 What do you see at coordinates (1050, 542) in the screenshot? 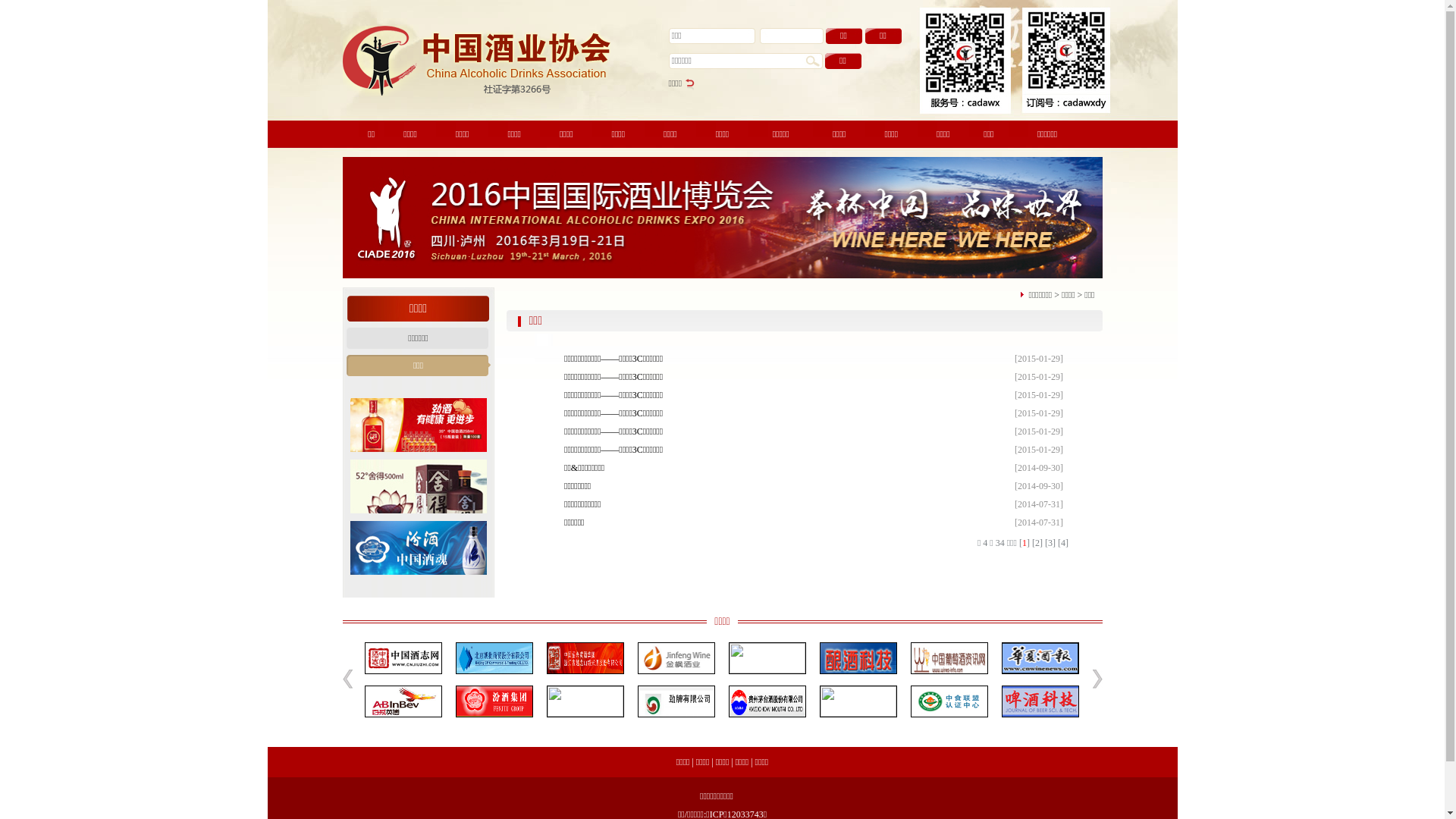
I see `'[3]'` at bounding box center [1050, 542].